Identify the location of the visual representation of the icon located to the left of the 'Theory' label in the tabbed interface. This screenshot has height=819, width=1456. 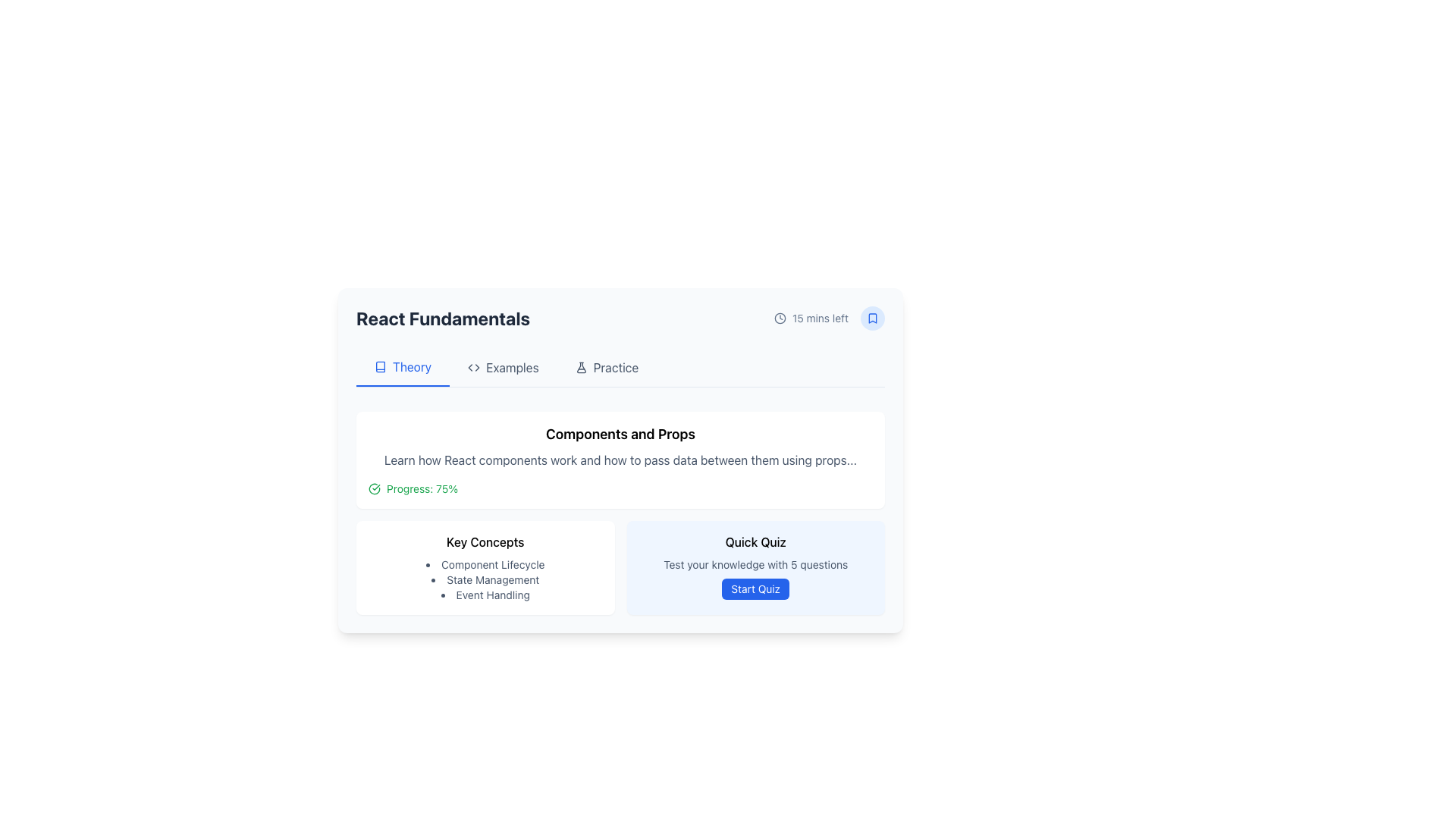
(381, 366).